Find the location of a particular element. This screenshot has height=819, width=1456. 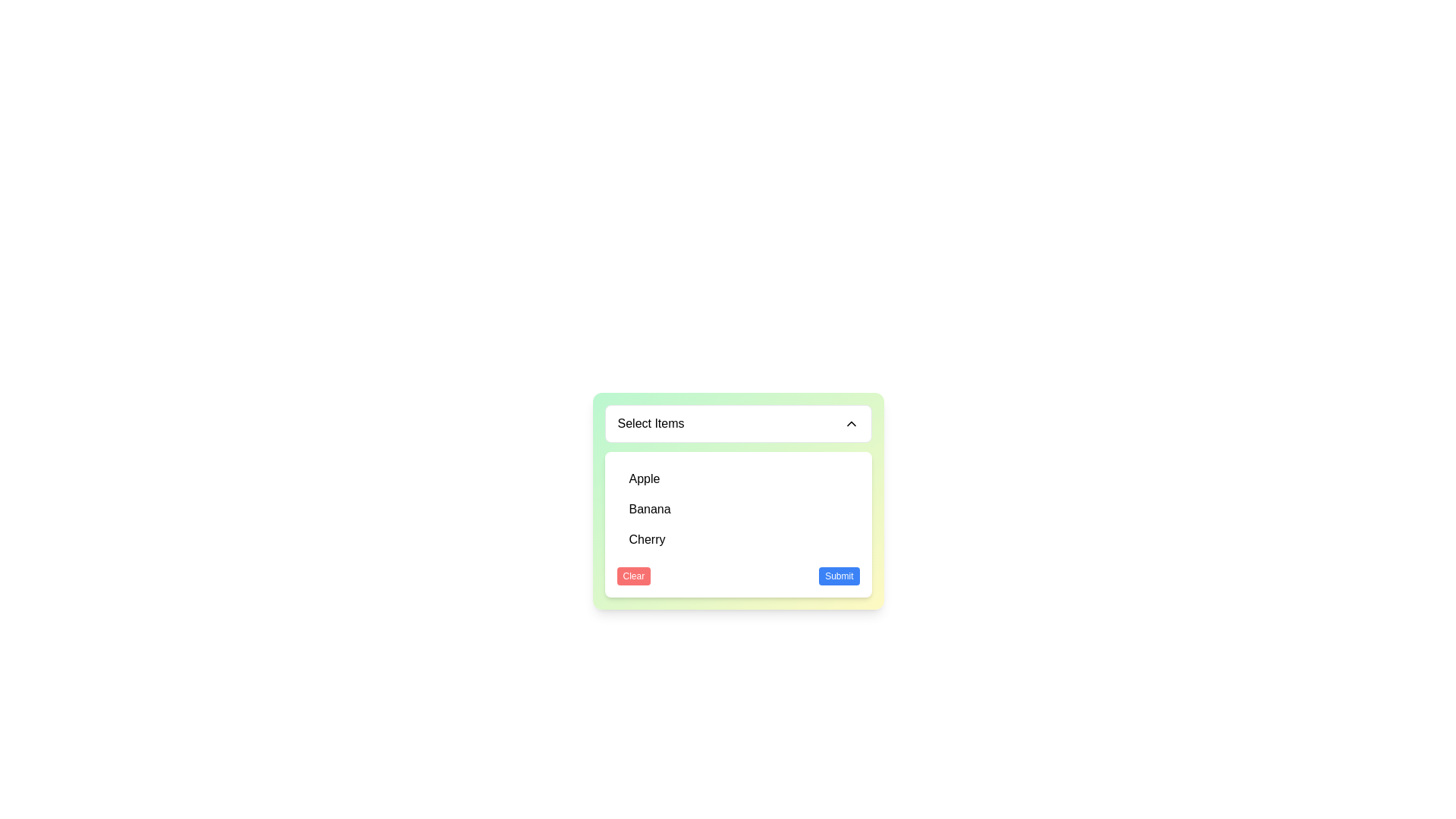

the list item displaying 'Cherry' is located at coordinates (738, 539).